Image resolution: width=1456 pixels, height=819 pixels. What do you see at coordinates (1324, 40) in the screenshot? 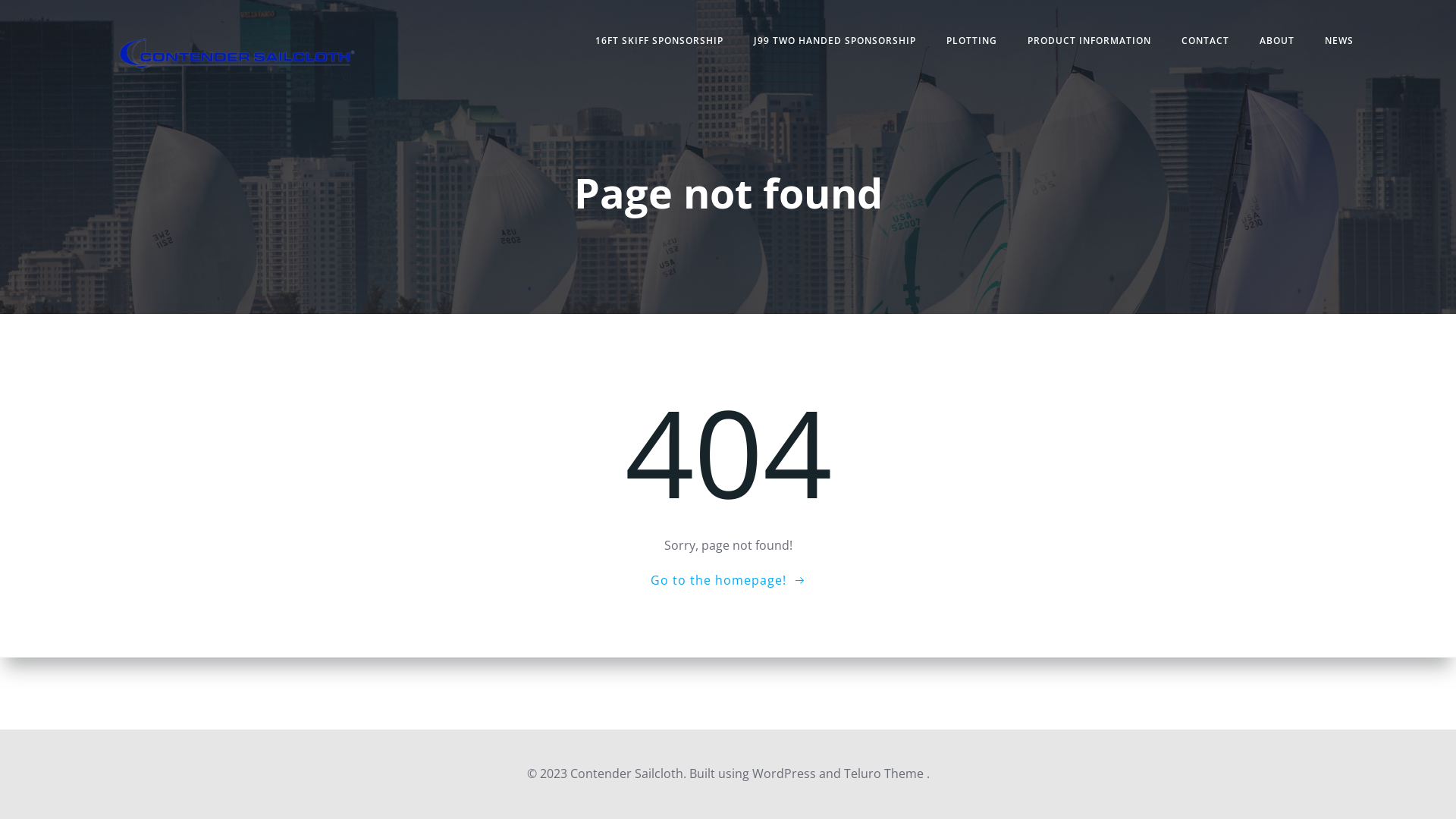
I see `'NEWS'` at bounding box center [1324, 40].